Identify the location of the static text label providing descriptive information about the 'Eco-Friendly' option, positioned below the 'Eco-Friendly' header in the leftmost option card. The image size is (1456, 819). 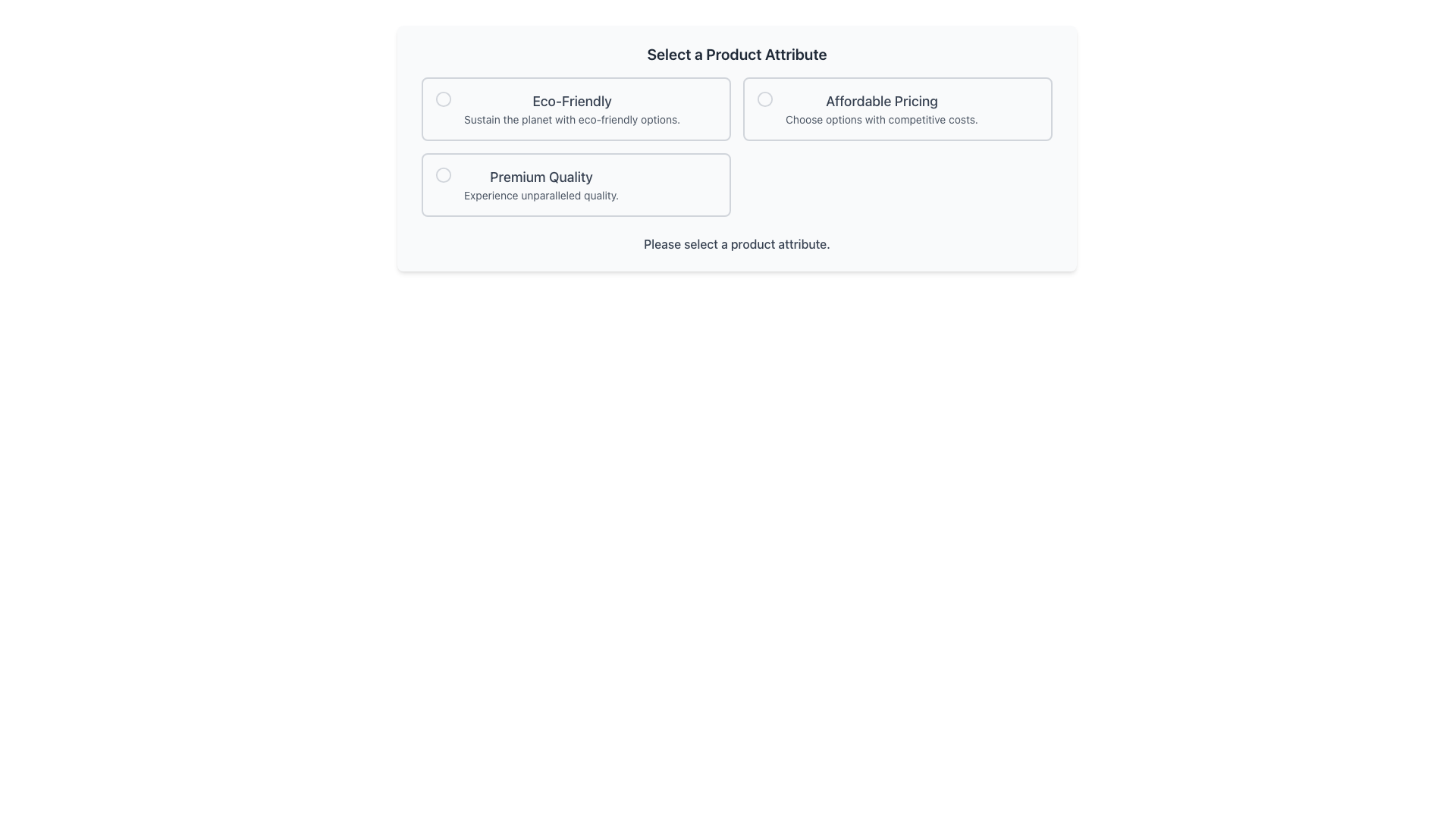
(571, 119).